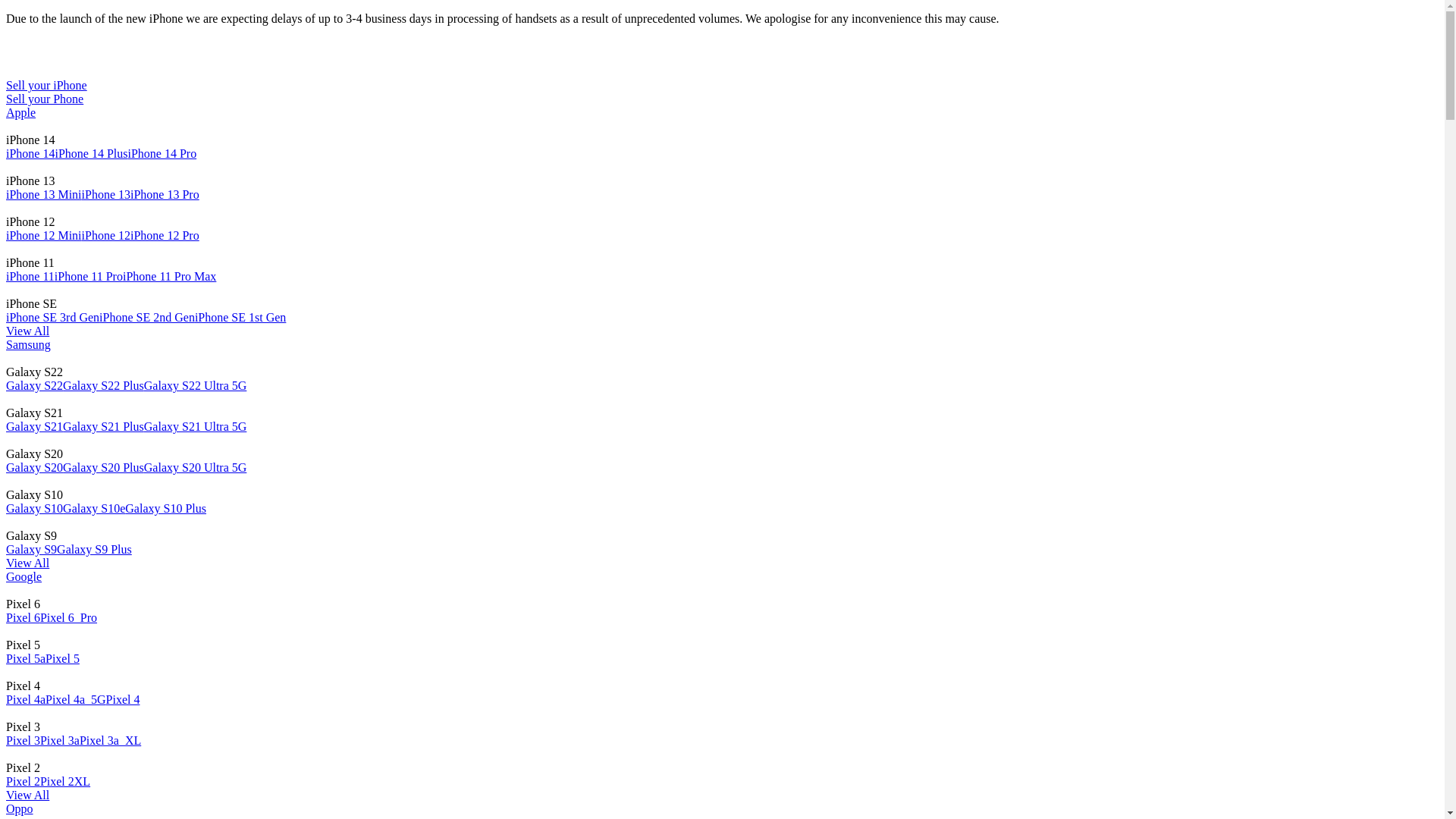 Image resolution: width=1456 pixels, height=819 pixels. What do you see at coordinates (45, 657) in the screenshot?
I see `'Pixel 5'` at bounding box center [45, 657].